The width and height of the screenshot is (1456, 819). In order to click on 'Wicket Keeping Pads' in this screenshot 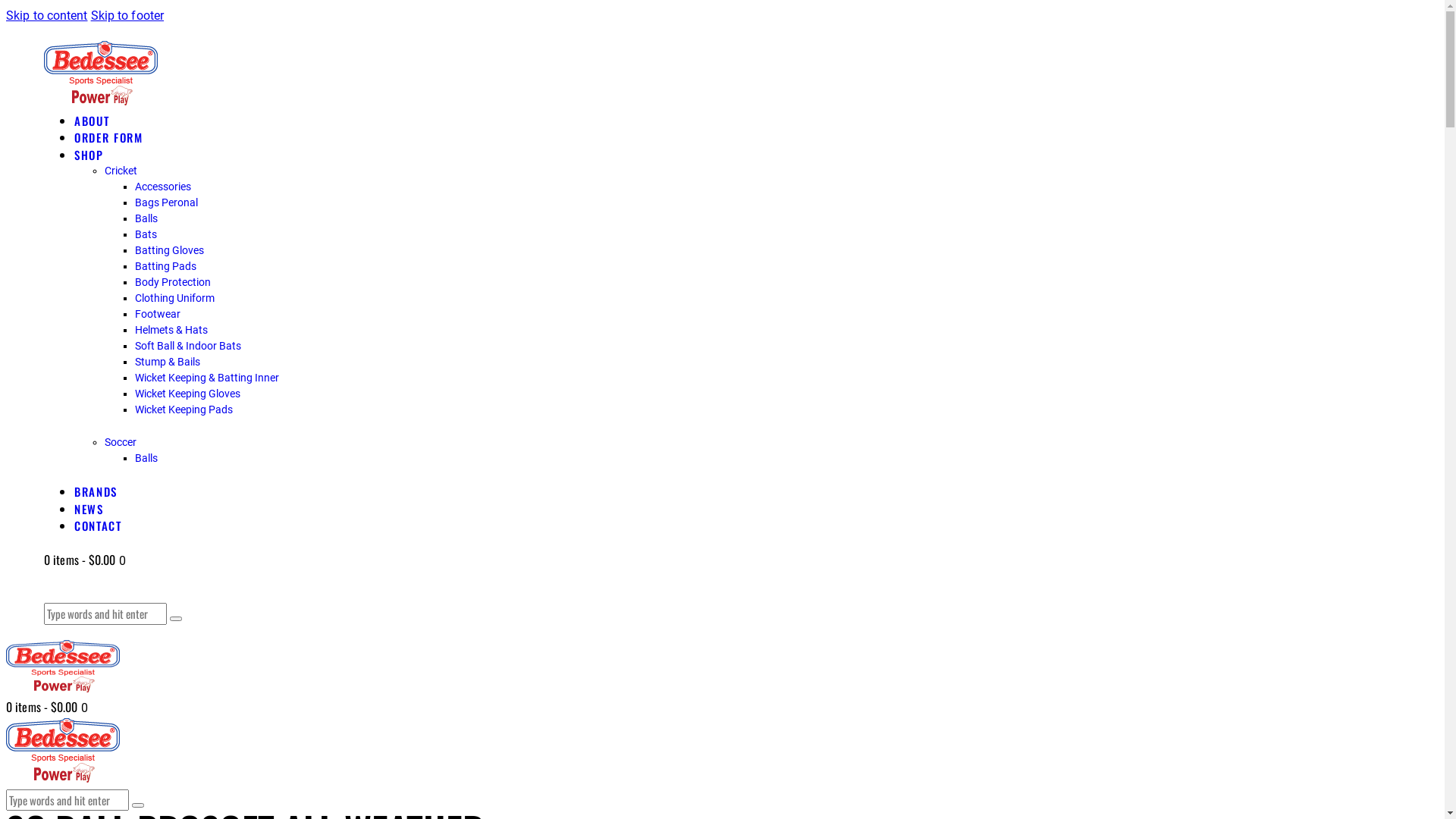, I will do `click(134, 409)`.